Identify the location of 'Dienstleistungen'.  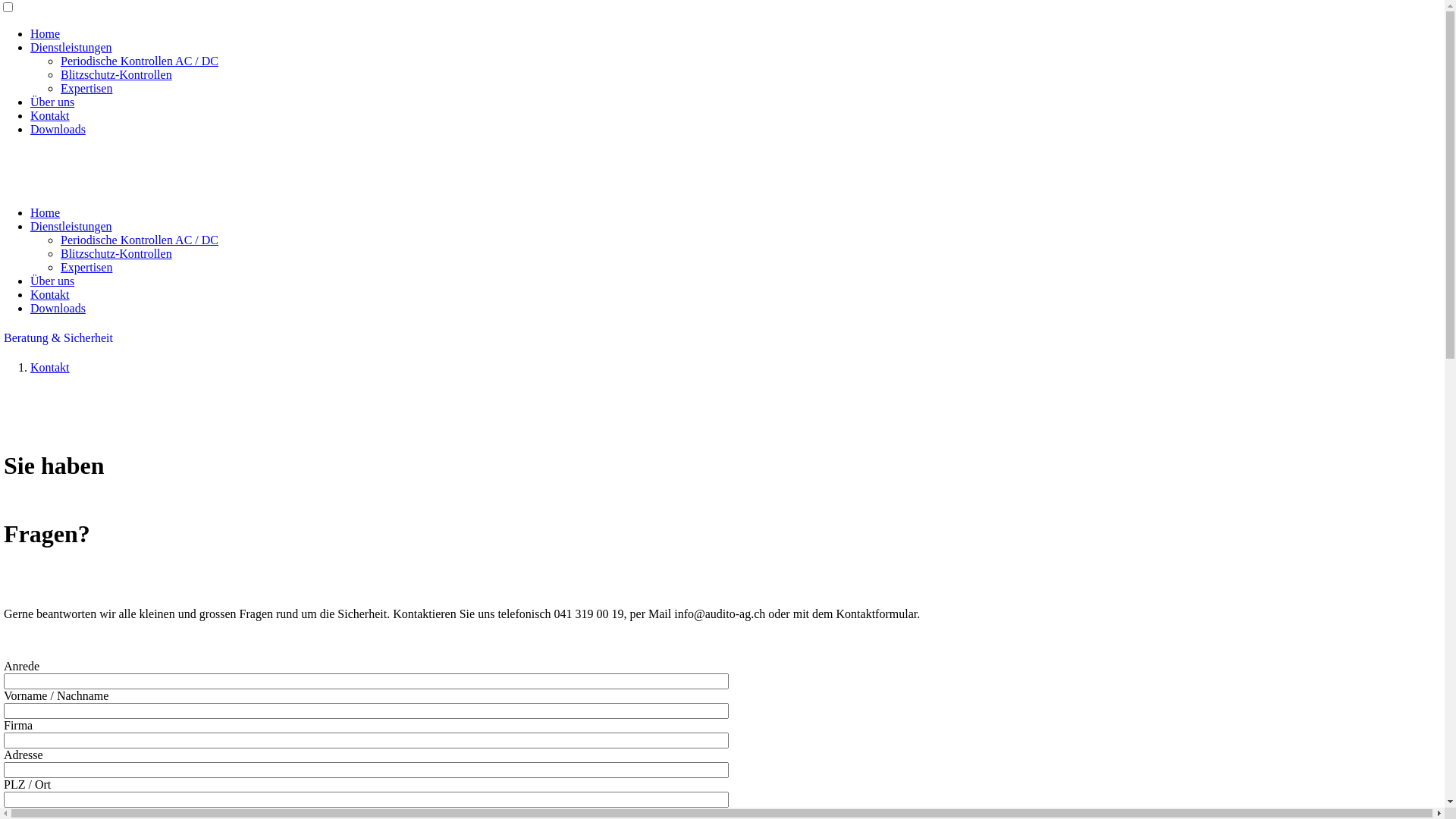
(71, 226).